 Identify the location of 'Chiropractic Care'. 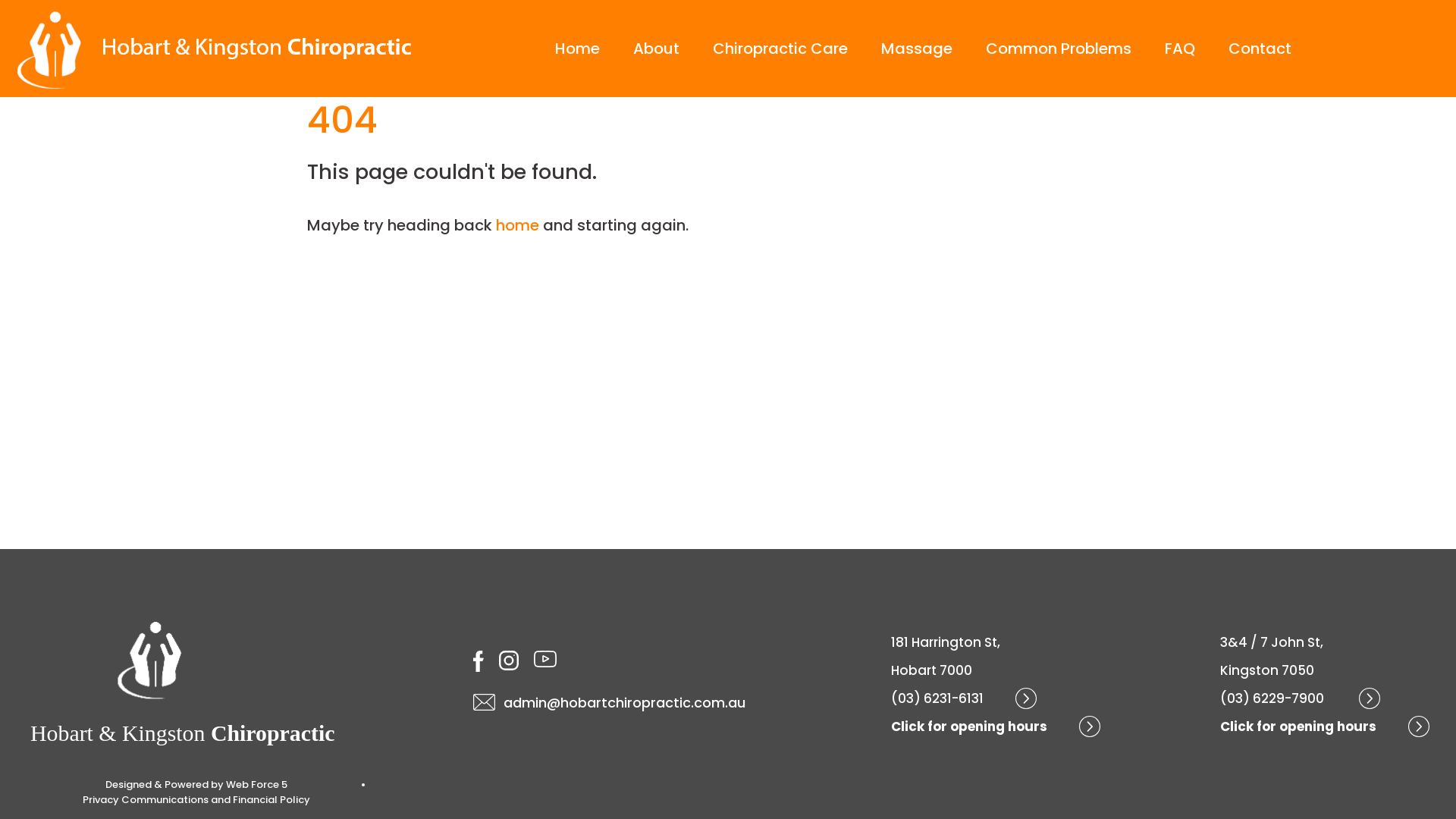
(780, 48).